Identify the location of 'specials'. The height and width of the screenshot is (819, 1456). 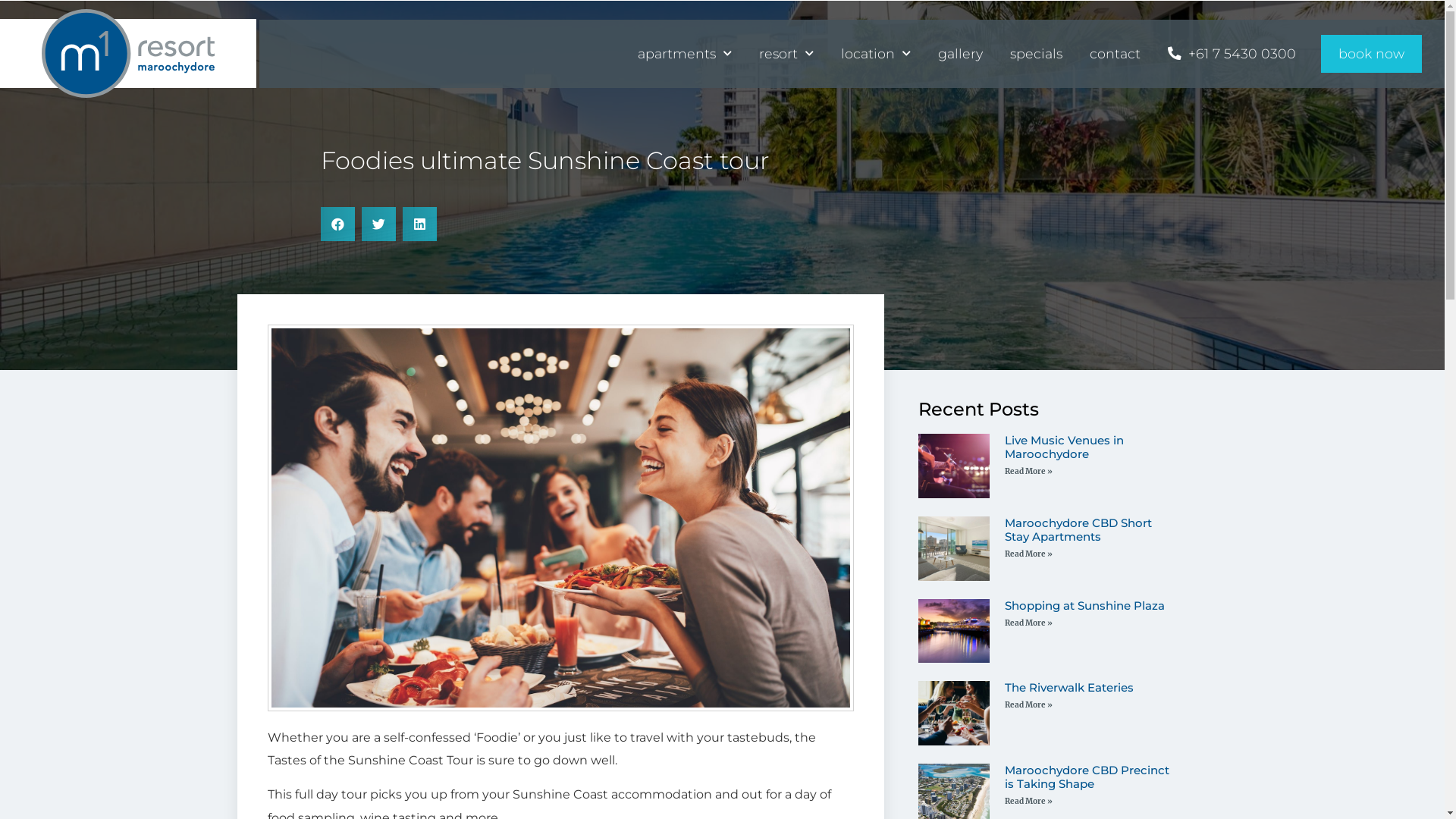
(1035, 52).